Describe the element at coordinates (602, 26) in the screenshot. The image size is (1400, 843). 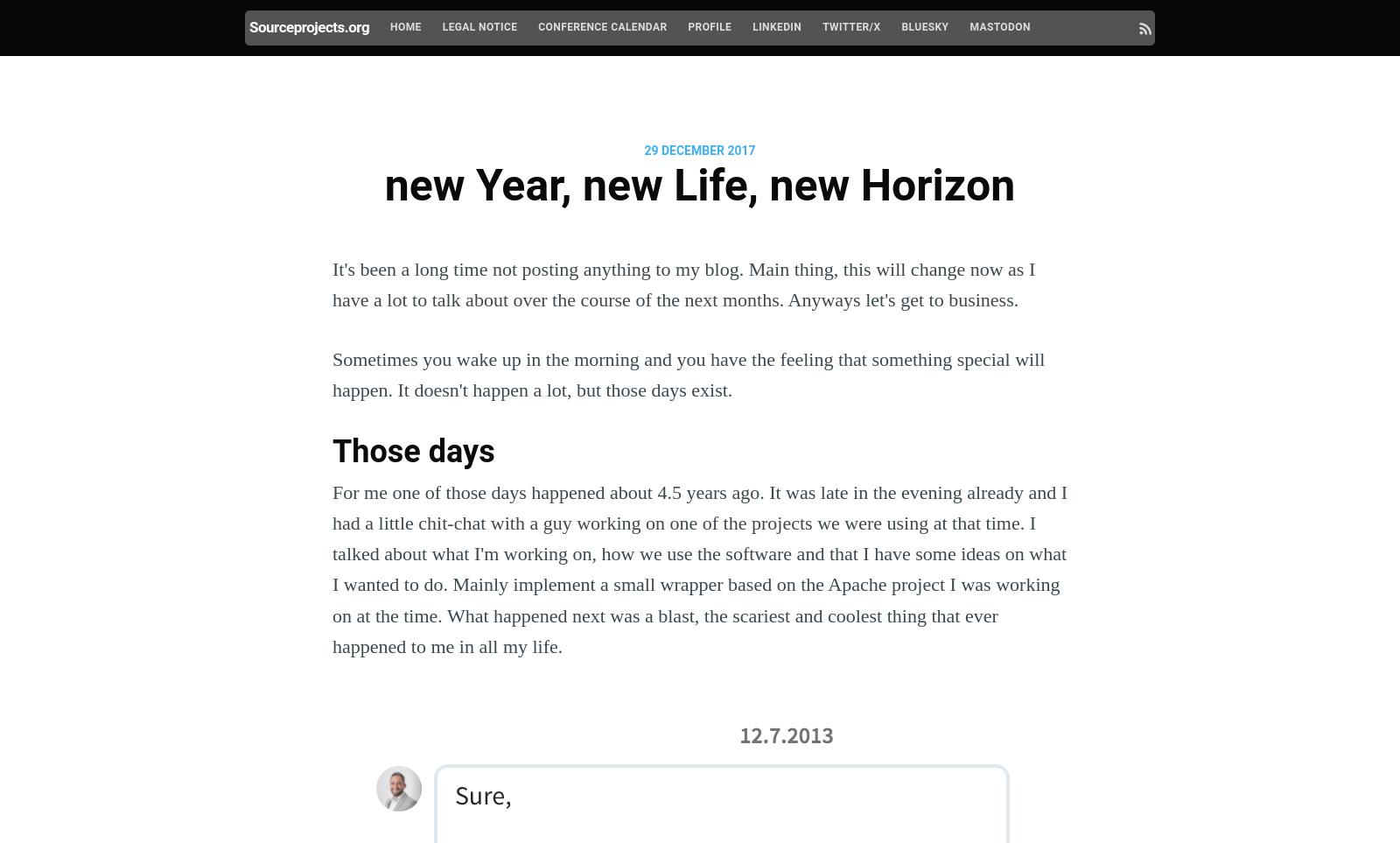
I see `'Conference Calendar'` at that location.